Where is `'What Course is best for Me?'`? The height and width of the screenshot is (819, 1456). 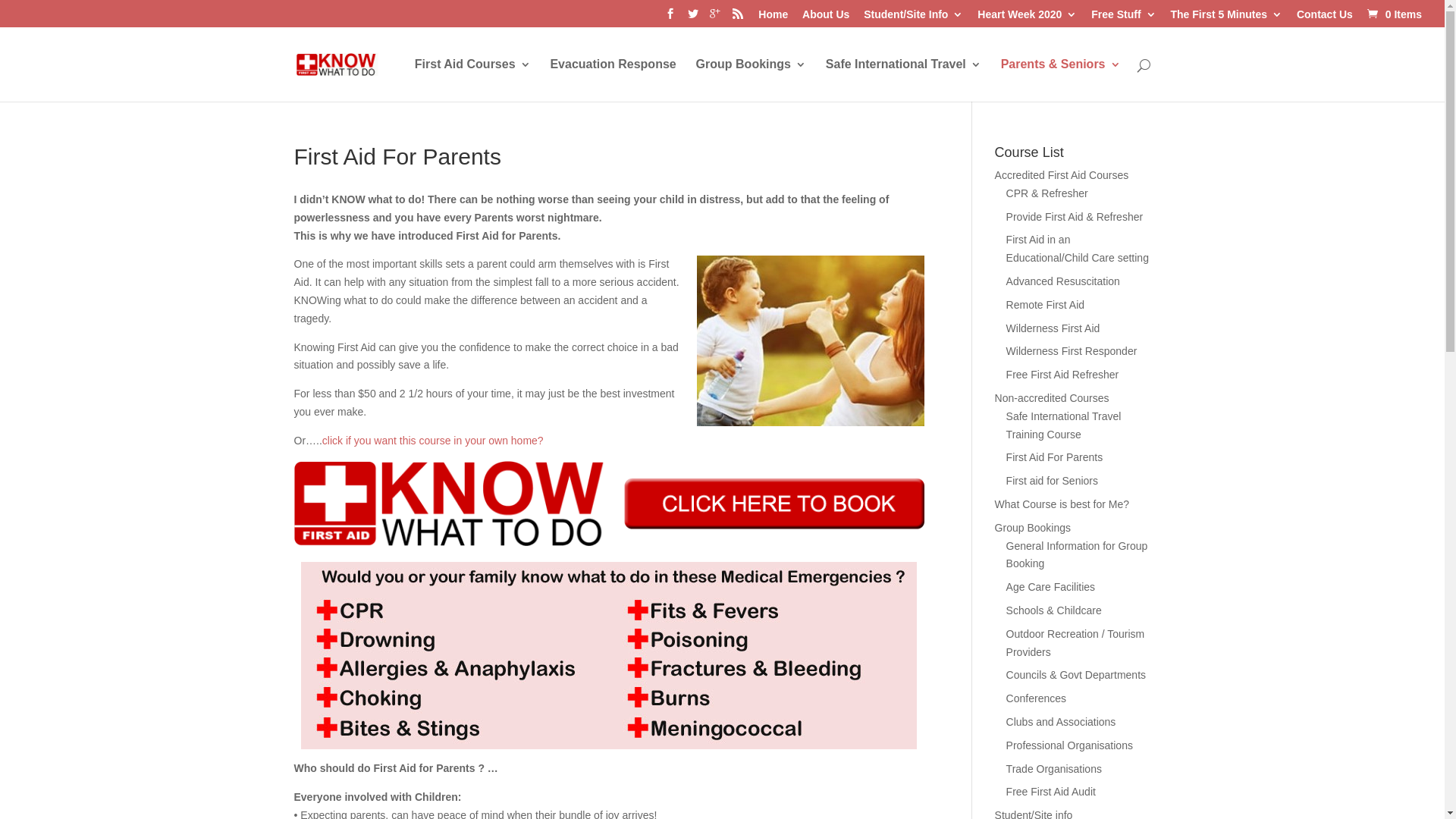
'What Course is best for Me?' is located at coordinates (1061, 504).